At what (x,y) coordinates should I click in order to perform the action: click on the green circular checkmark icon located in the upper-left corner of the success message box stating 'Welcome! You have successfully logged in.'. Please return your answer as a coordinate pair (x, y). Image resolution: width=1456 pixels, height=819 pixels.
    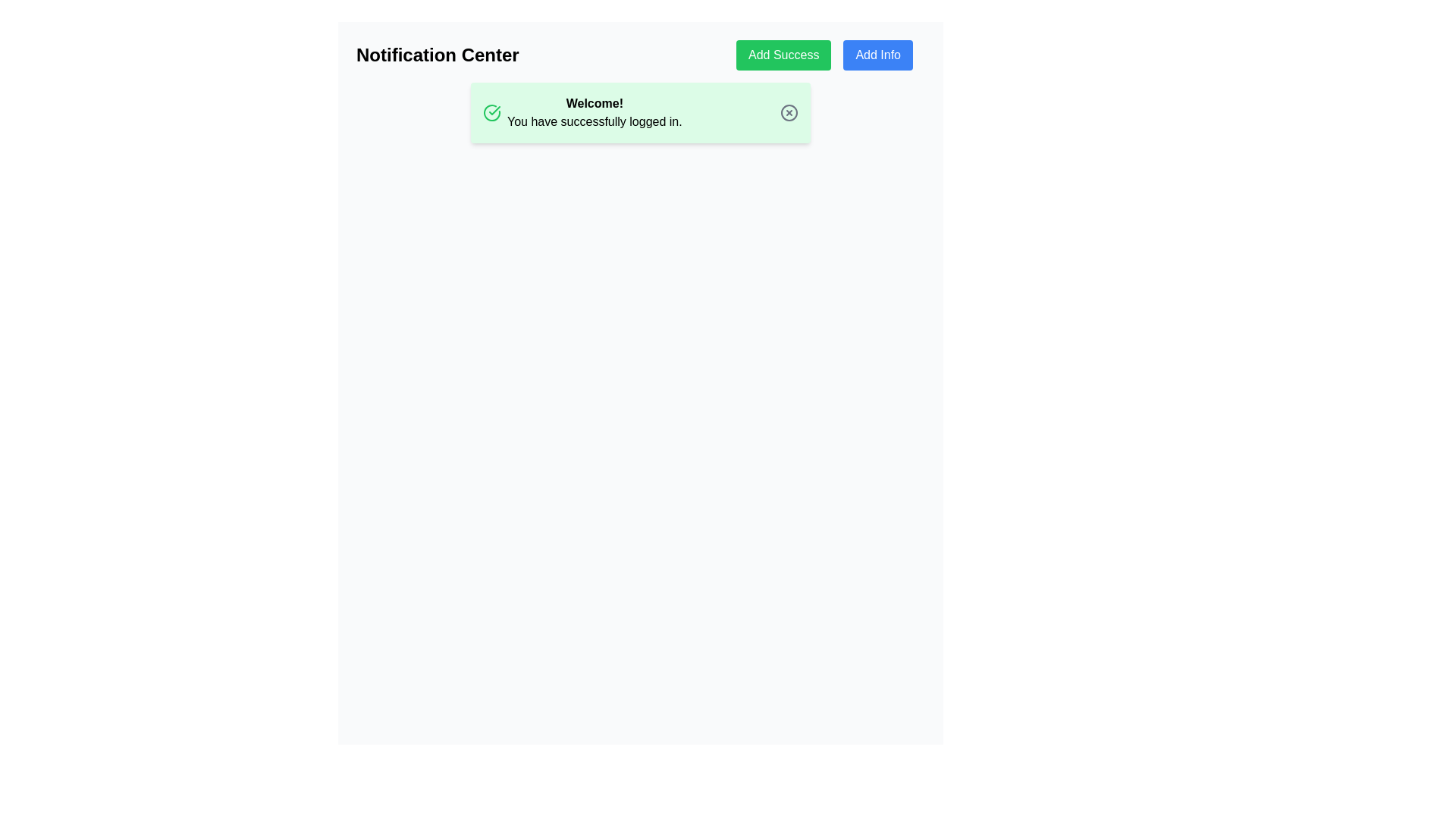
    Looking at the image, I should click on (491, 112).